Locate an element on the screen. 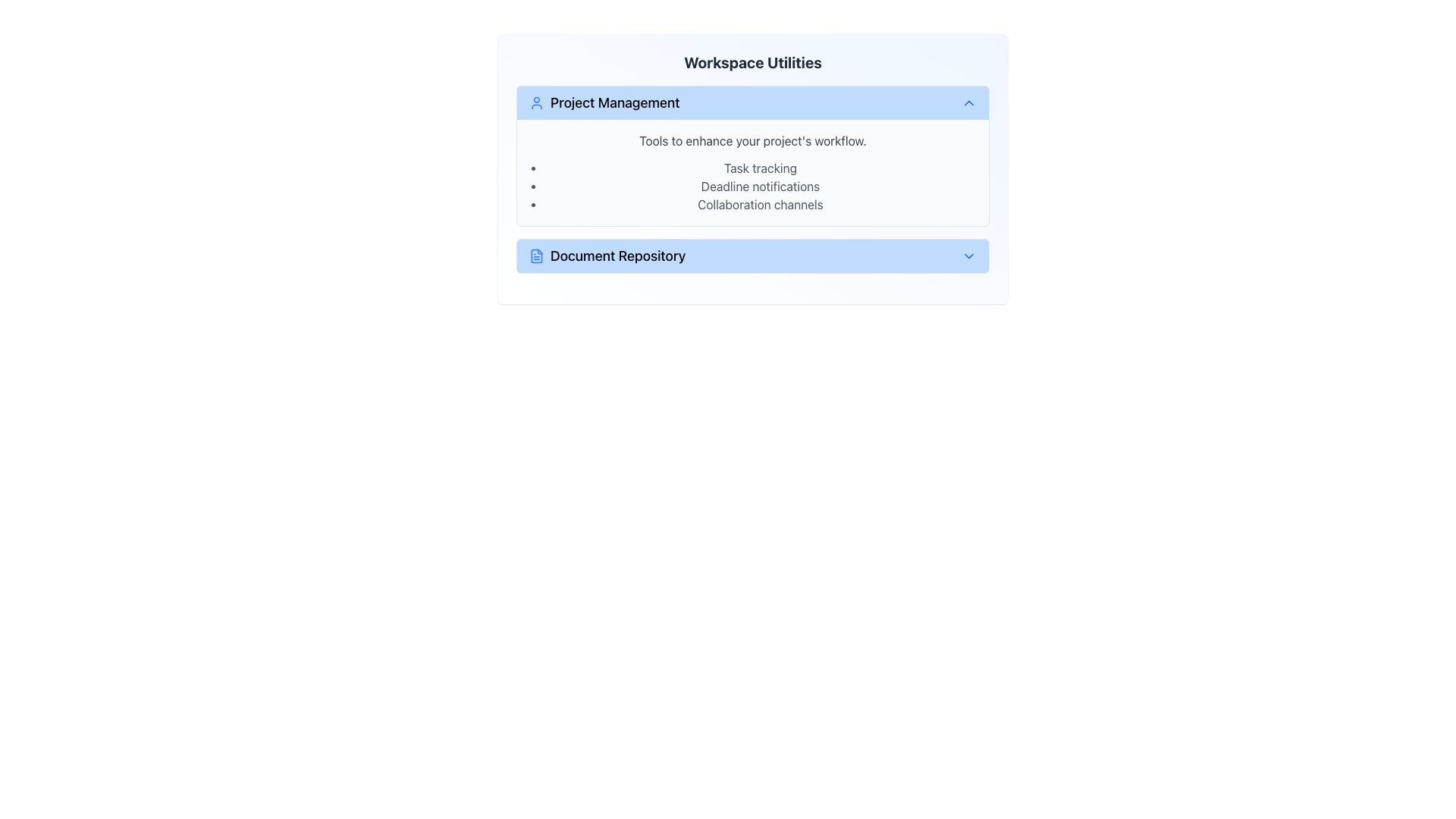 The height and width of the screenshot is (819, 1456). the downward-pointing chevron icon at the rightmost end of the 'Document Repository' row to observe potential hover effects is located at coordinates (968, 256).